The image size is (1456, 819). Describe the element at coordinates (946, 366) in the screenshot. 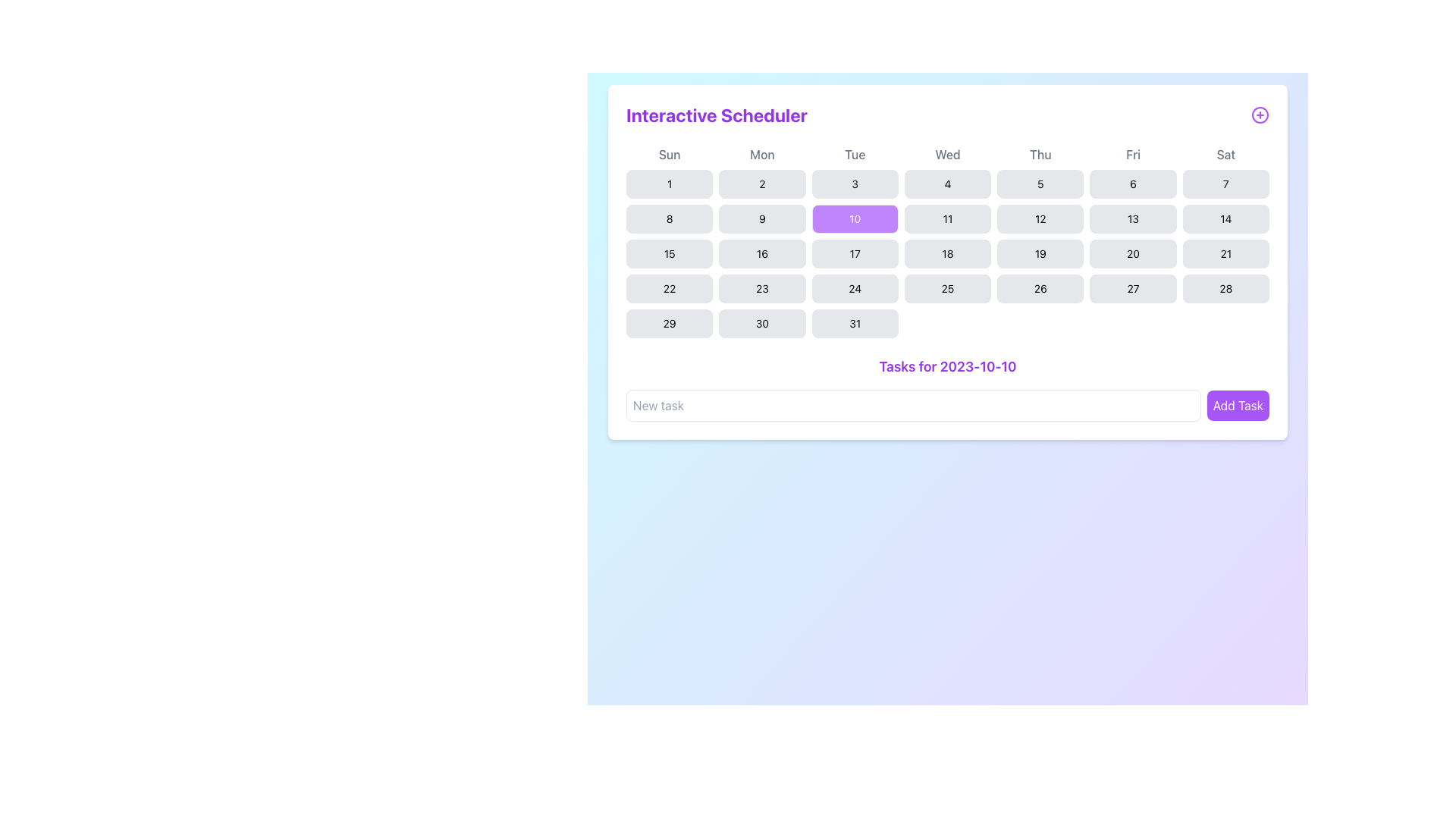

I see `the static text label displaying 'Tasks for 2023-10-10', which is styled in bold purple font and positioned prominently below the calendar and above the 'Add Task' button` at that location.